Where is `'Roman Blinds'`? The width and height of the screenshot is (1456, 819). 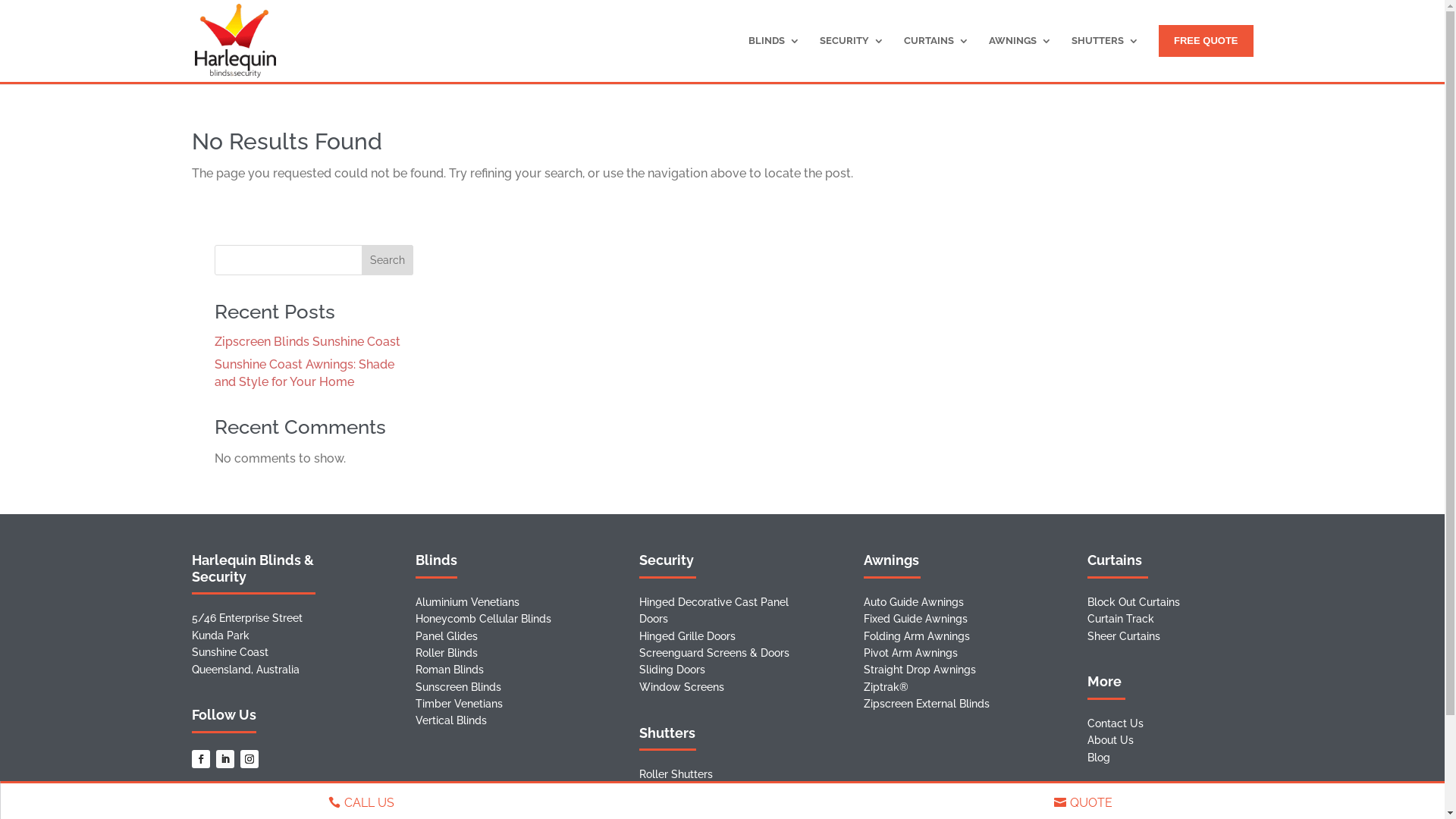
'Roman Blinds' is located at coordinates (449, 669).